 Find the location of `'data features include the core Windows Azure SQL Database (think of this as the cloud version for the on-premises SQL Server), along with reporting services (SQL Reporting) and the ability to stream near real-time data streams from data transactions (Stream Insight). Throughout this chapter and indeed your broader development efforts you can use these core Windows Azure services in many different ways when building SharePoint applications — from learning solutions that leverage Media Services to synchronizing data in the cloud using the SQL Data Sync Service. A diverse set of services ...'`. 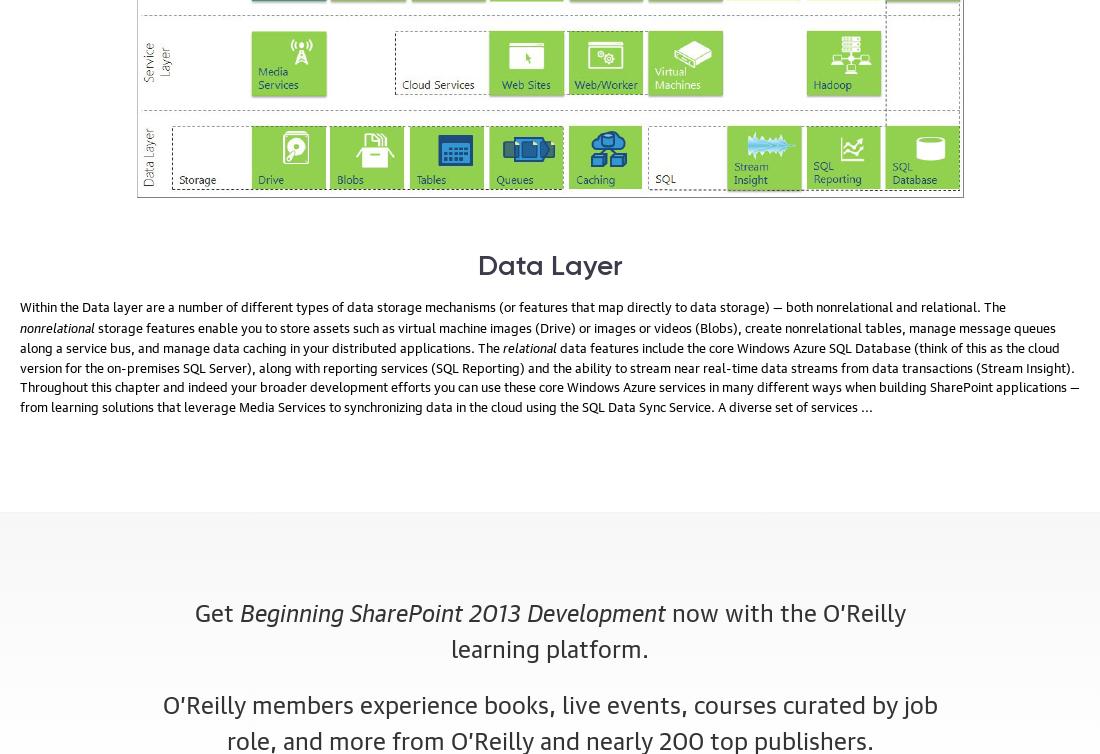

'data features include the core Windows Azure SQL Database (think of this as the cloud version for the on-premises SQL Server), along with reporting services (SQL Reporting) and the ability to stream near real-time data streams from data transactions (Stream Insight). Throughout this chapter and indeed your broader development efforts you can use these core Windows Azure services in many different ways when building SharePoint applications — from learning solutions that leverage Media Services to synchronizing data in the cloud using the SQL Data Sync Service. A diverse set of services ...' is located at coordinates (550, 375).